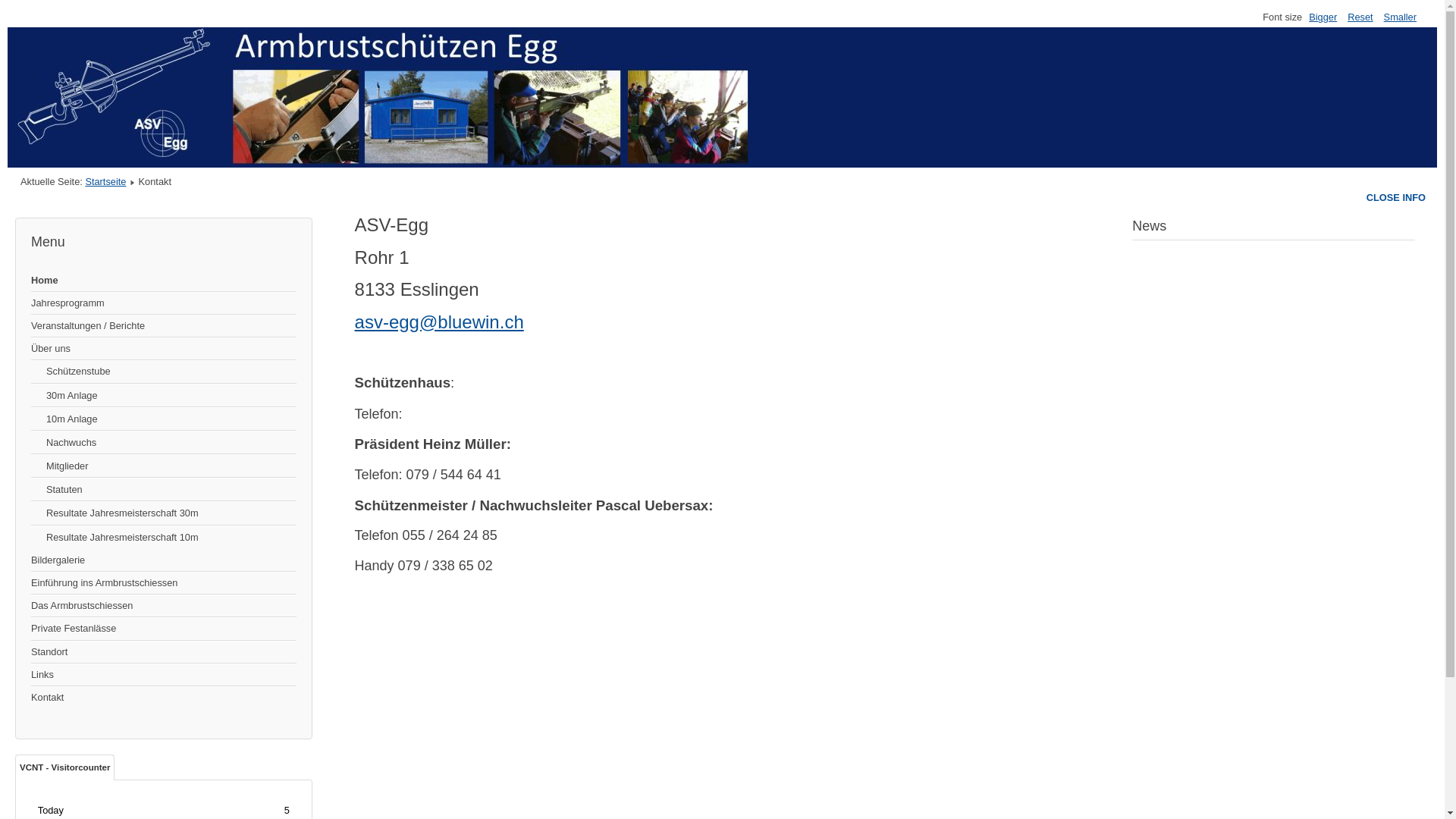 Image resolution: width=1456 pixels, height=819 pixels. What do you see at coordinates (438, 321) in the screenshot?
I see `'asv-egg@bluewin.ch'` at bounding box center [438, 321].